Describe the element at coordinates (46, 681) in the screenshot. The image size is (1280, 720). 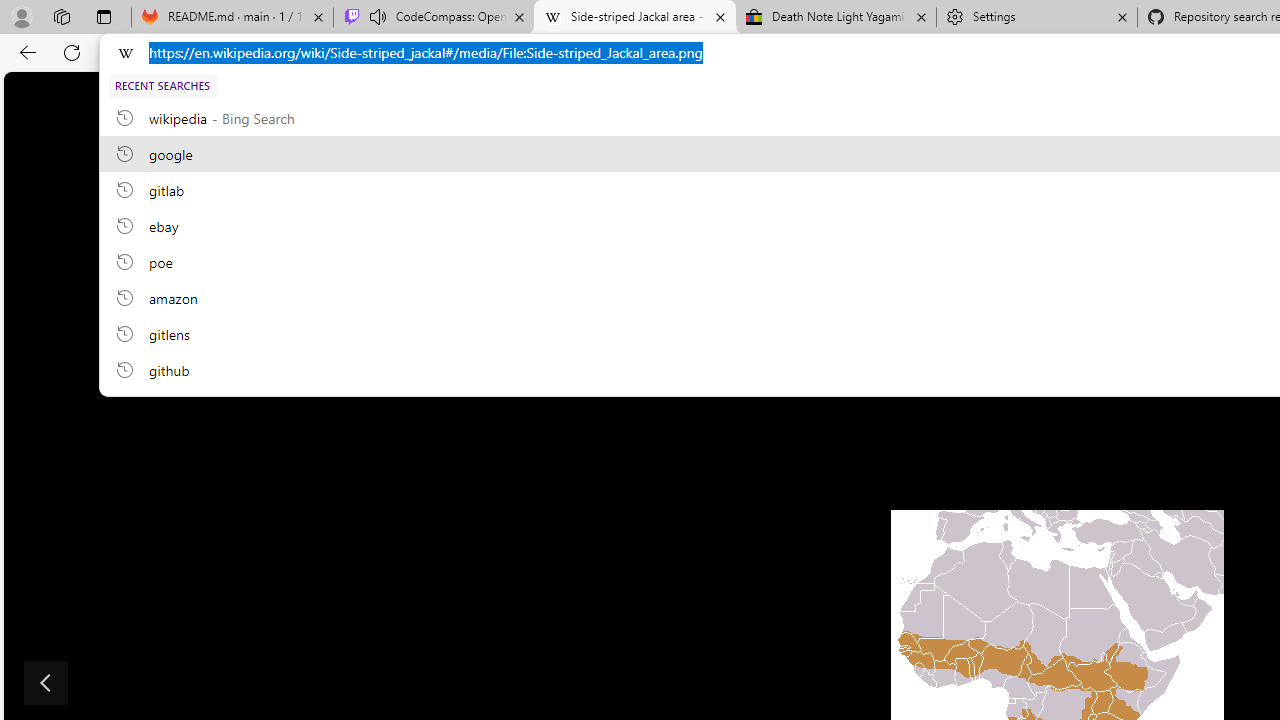
I see `'Show previous image'` at that location.